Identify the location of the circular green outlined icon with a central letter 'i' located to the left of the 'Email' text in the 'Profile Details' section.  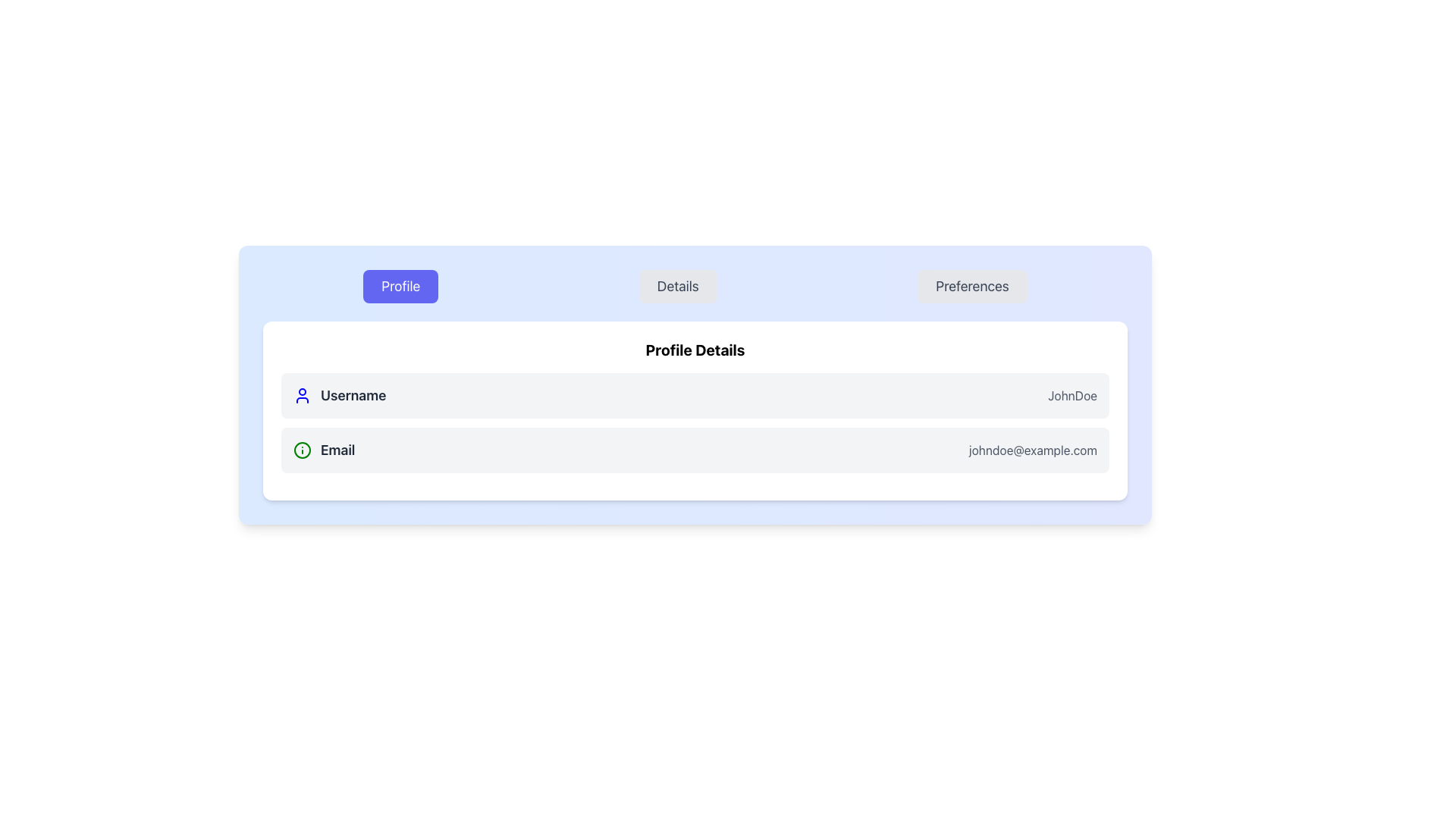
(302, 450).